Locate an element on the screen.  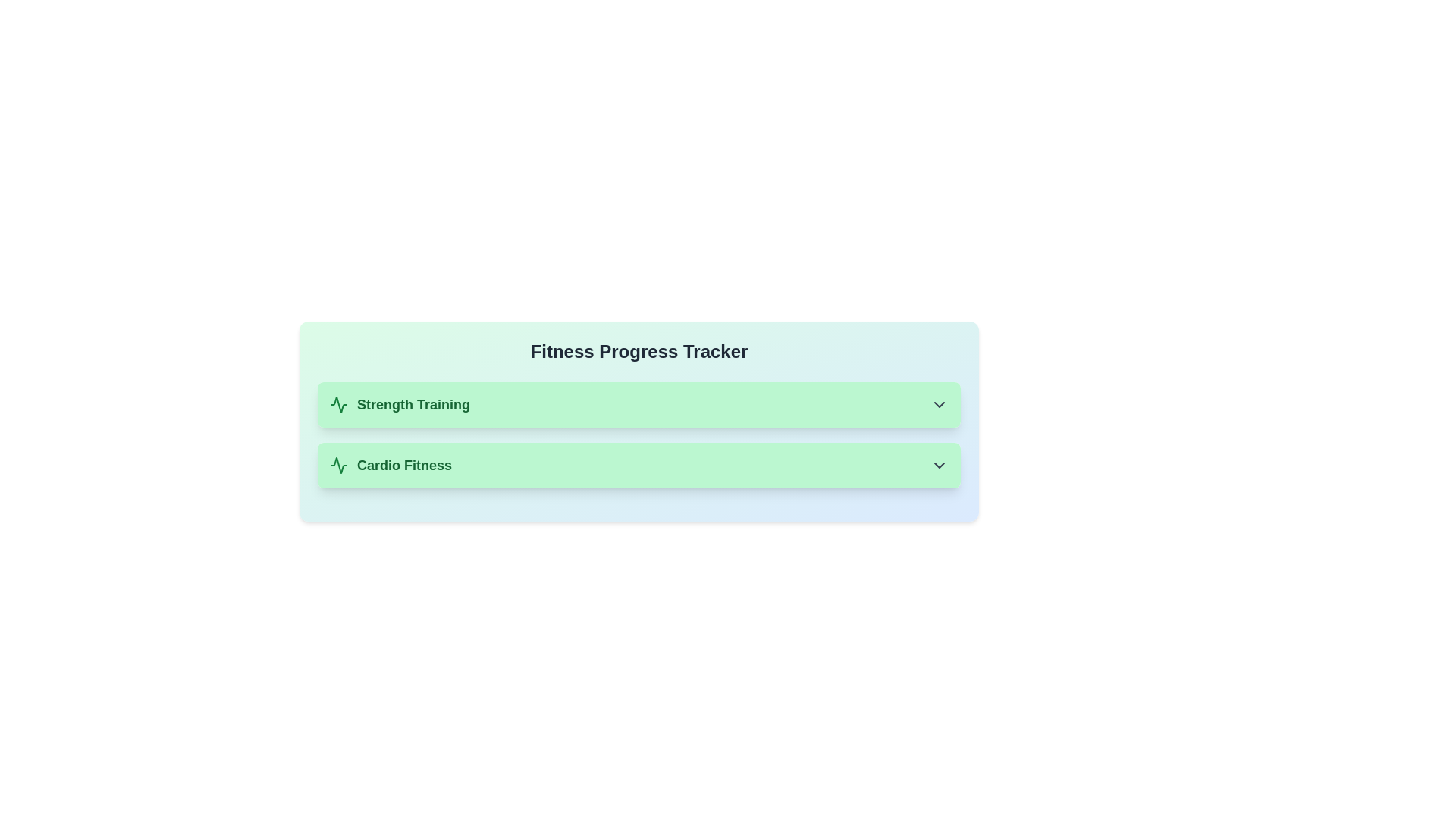
the downward-pointing chevron icon on the far-right side of the 'Strength Training' section is located at coordinates (938, 403).